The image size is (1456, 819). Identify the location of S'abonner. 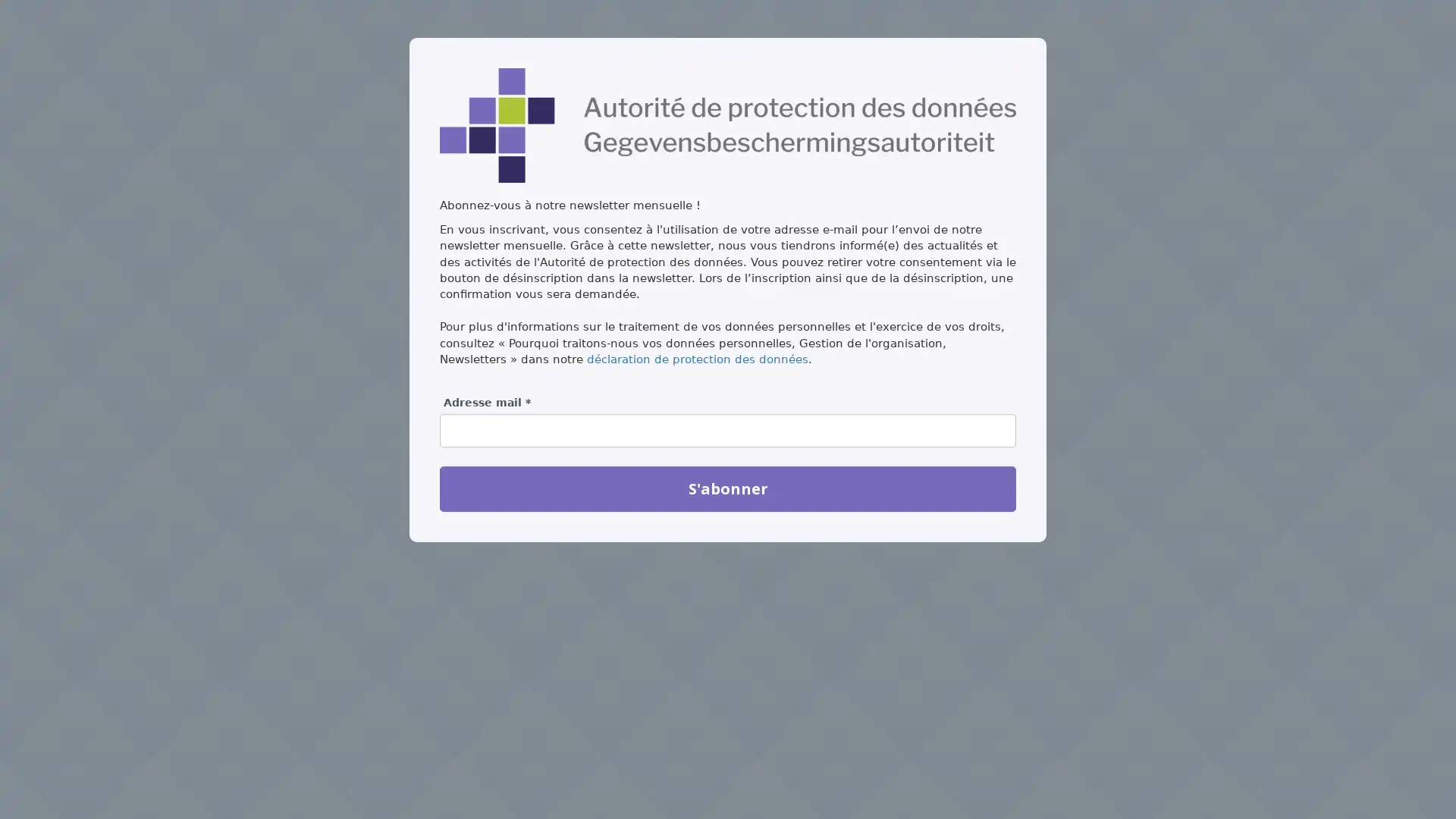
(728, 488).